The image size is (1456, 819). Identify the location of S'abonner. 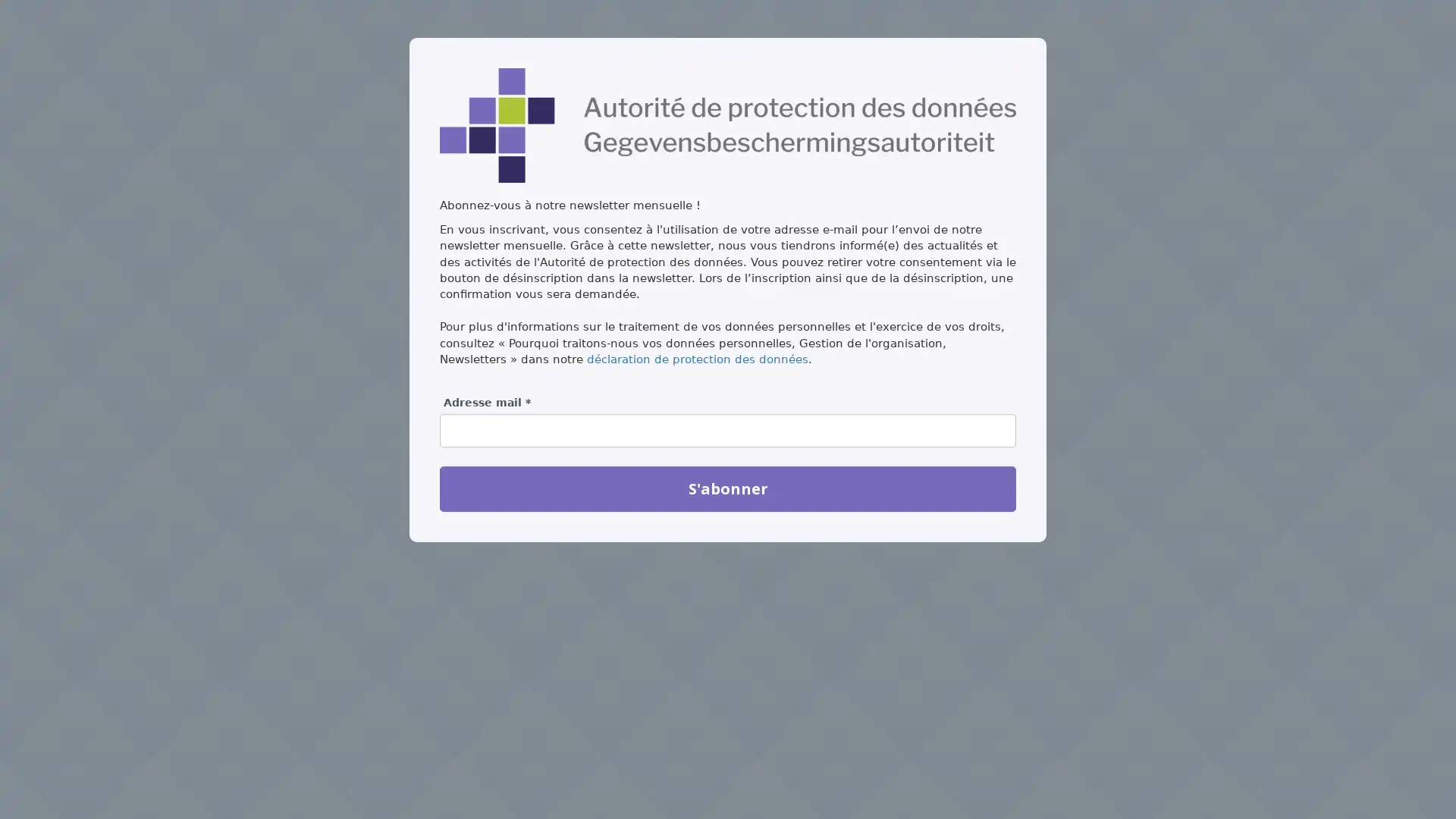
(728, 488).